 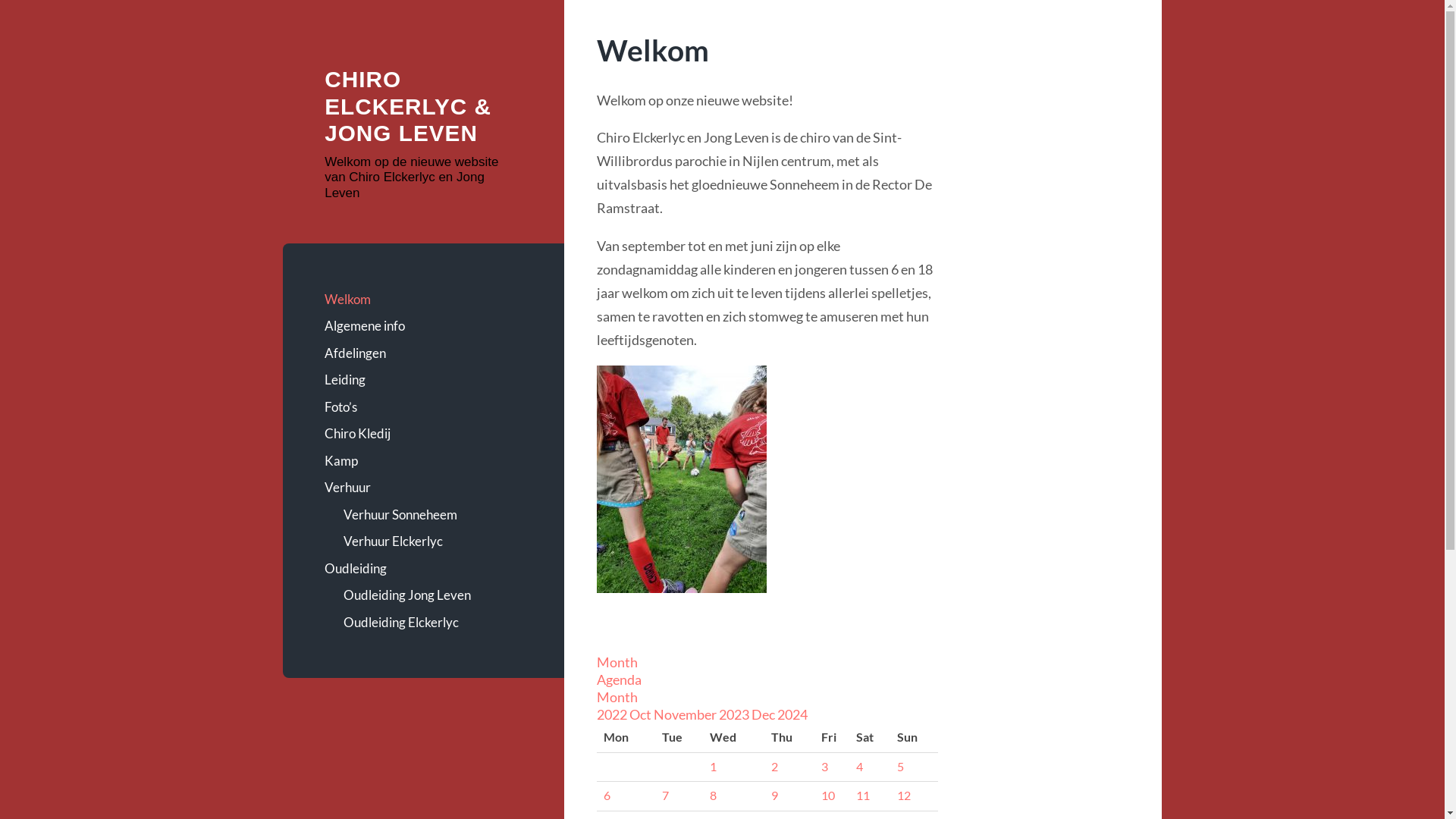 I want to click on 'Kamp', so click(x=422, y=460).